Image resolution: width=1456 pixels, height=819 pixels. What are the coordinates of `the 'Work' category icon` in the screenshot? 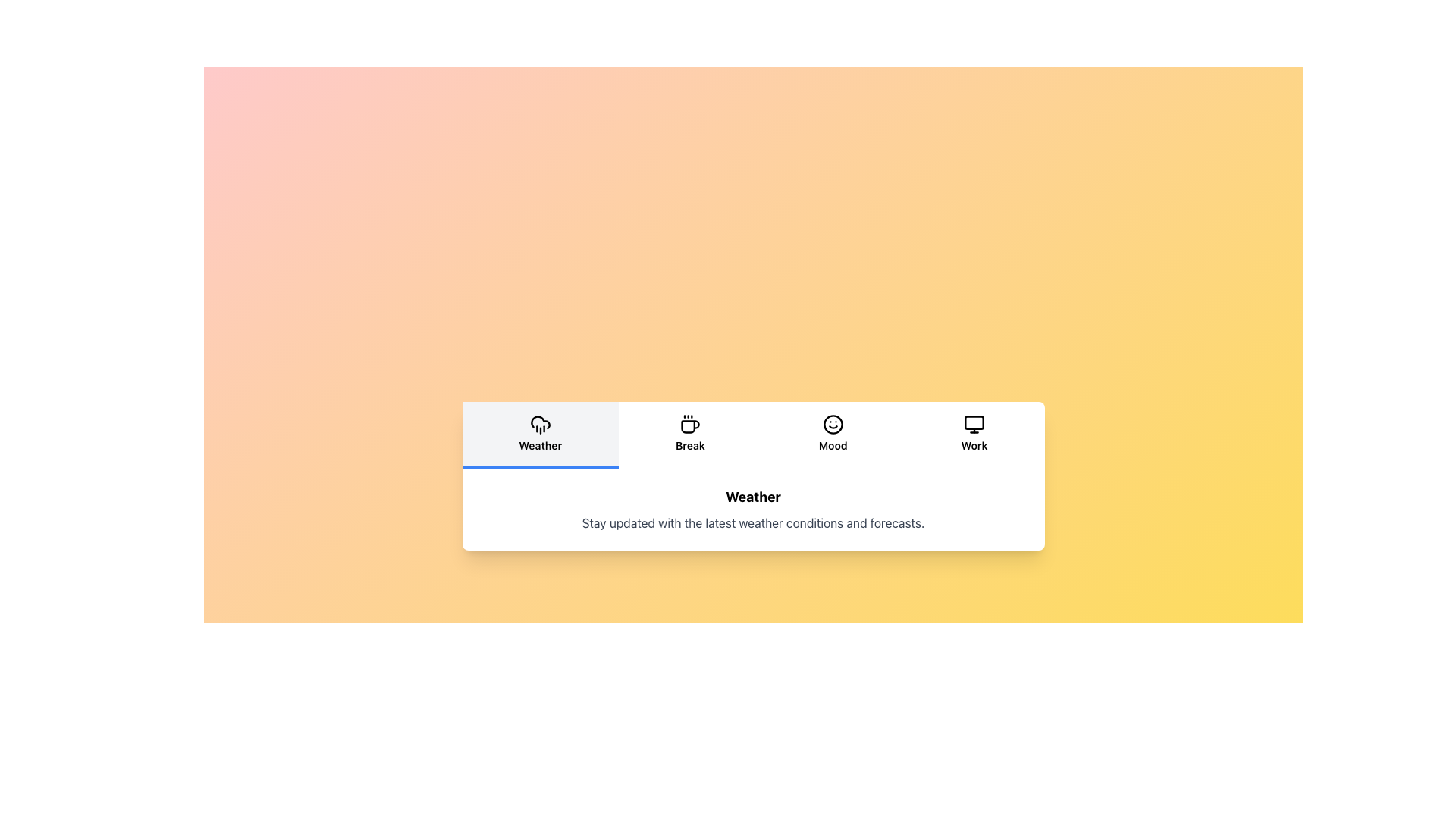 It's located at (974, 424).